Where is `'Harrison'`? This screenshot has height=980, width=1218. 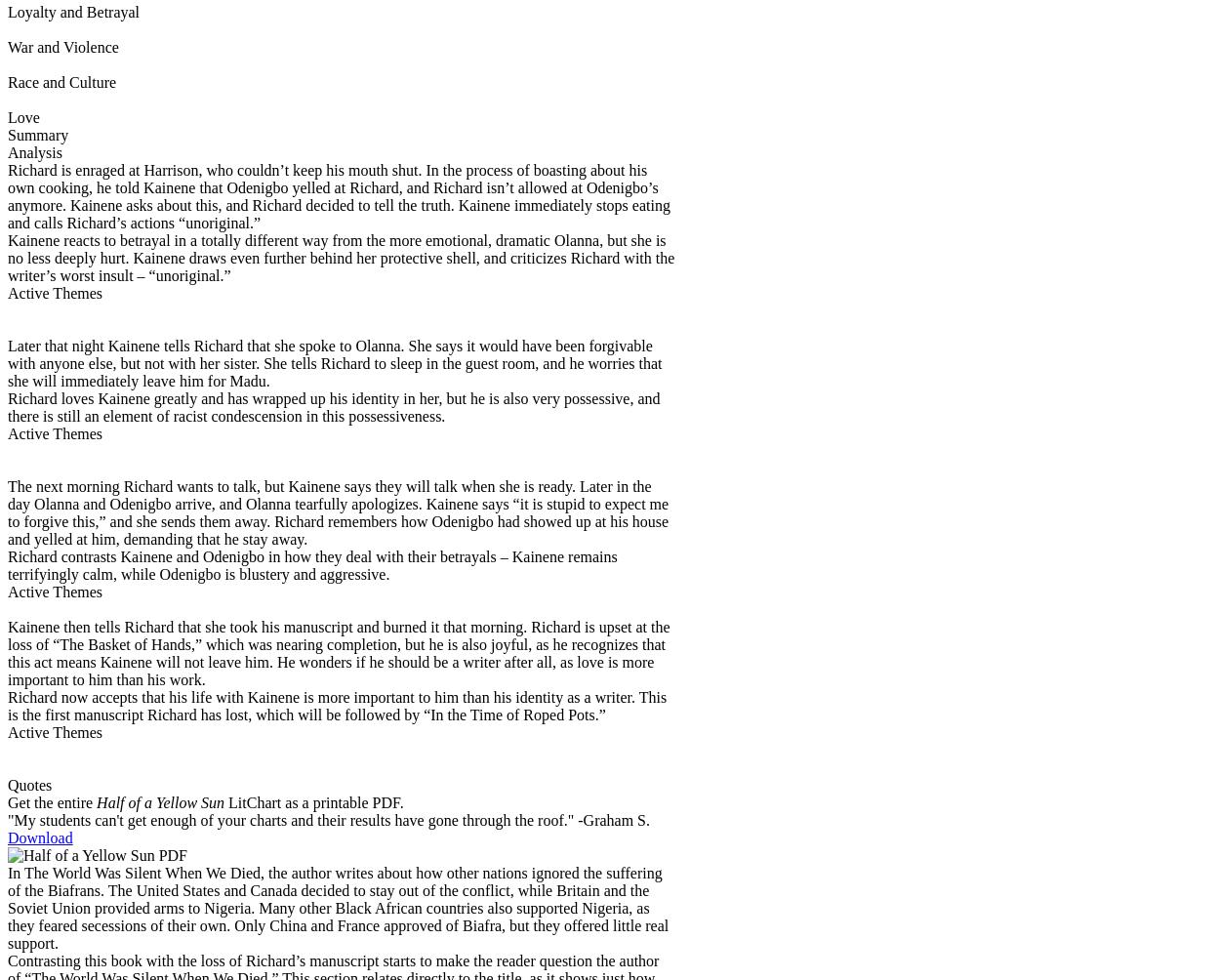 'Harrison' is located at coordinates (167, 168).